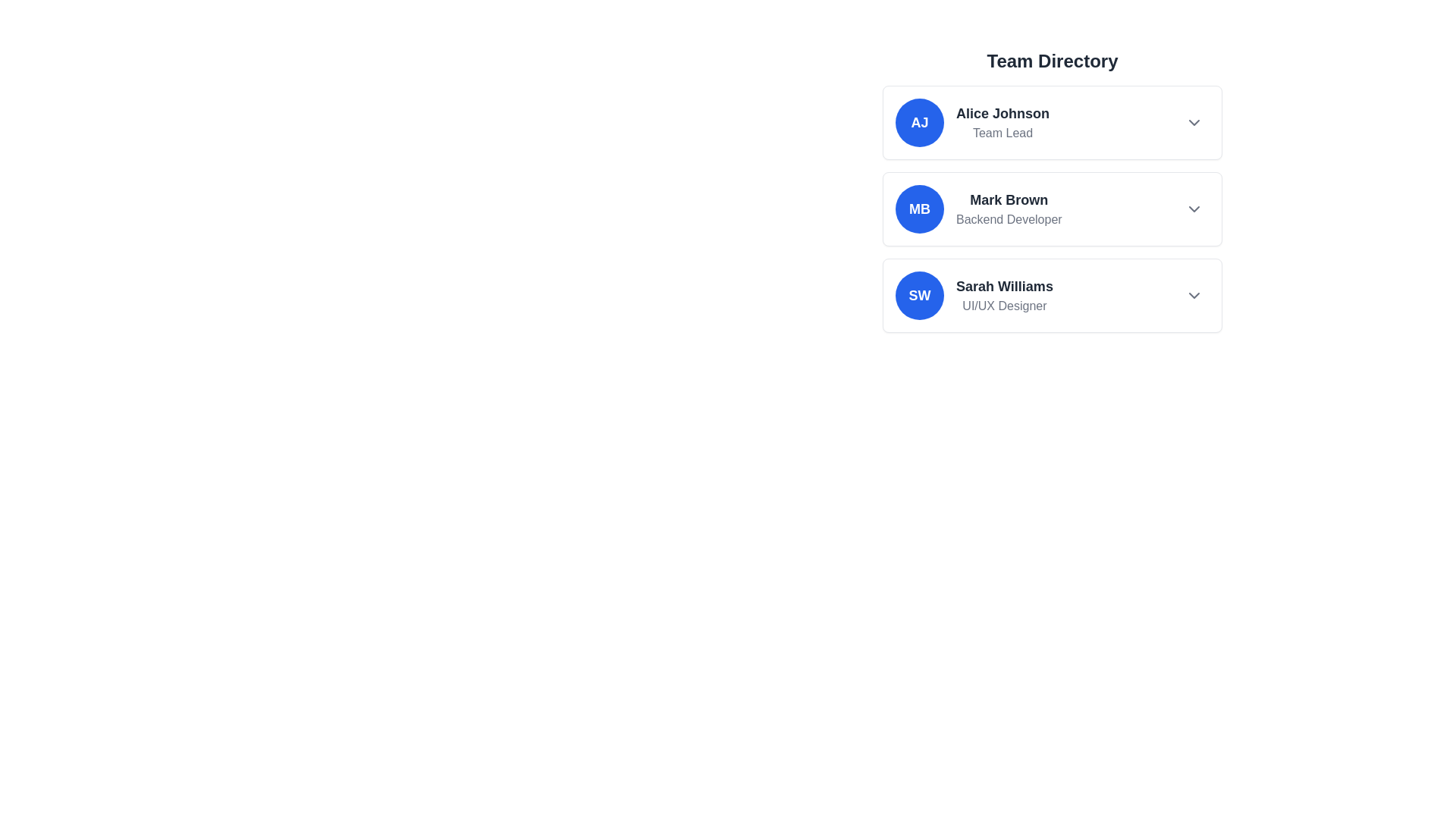 This screenshot has height=819, width=1456. Describe the element at coordinates (1009, 209) in the screenshot. I see `the Text block displaying the name and job role ('Backend Developer') of a person in the second card of the 'Team Directory' section, located to the right of the blue circular element with initials 'MB'` at that location.